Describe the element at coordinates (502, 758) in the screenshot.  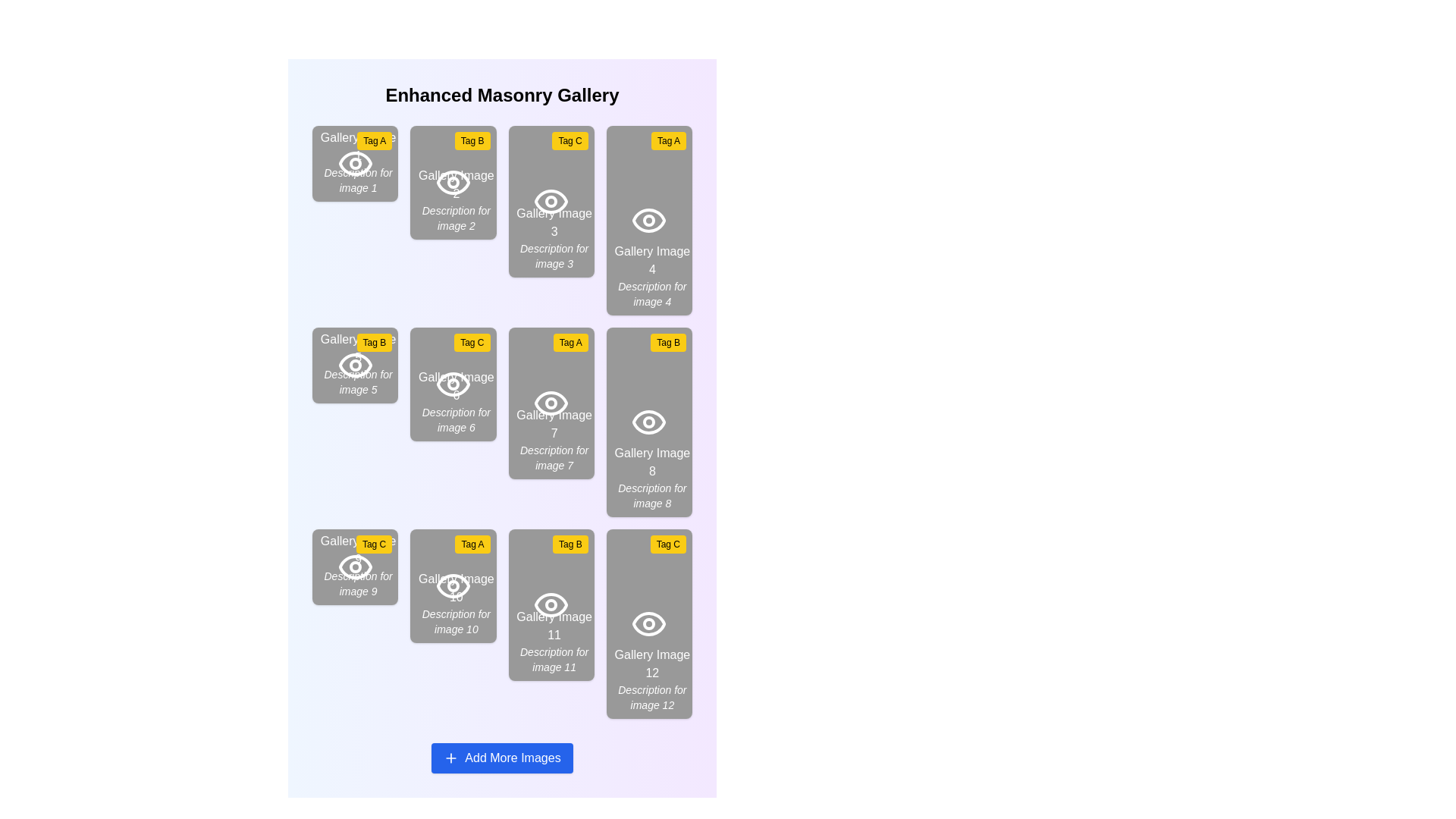
I see `the button for adding more images to the gallery` at that location.